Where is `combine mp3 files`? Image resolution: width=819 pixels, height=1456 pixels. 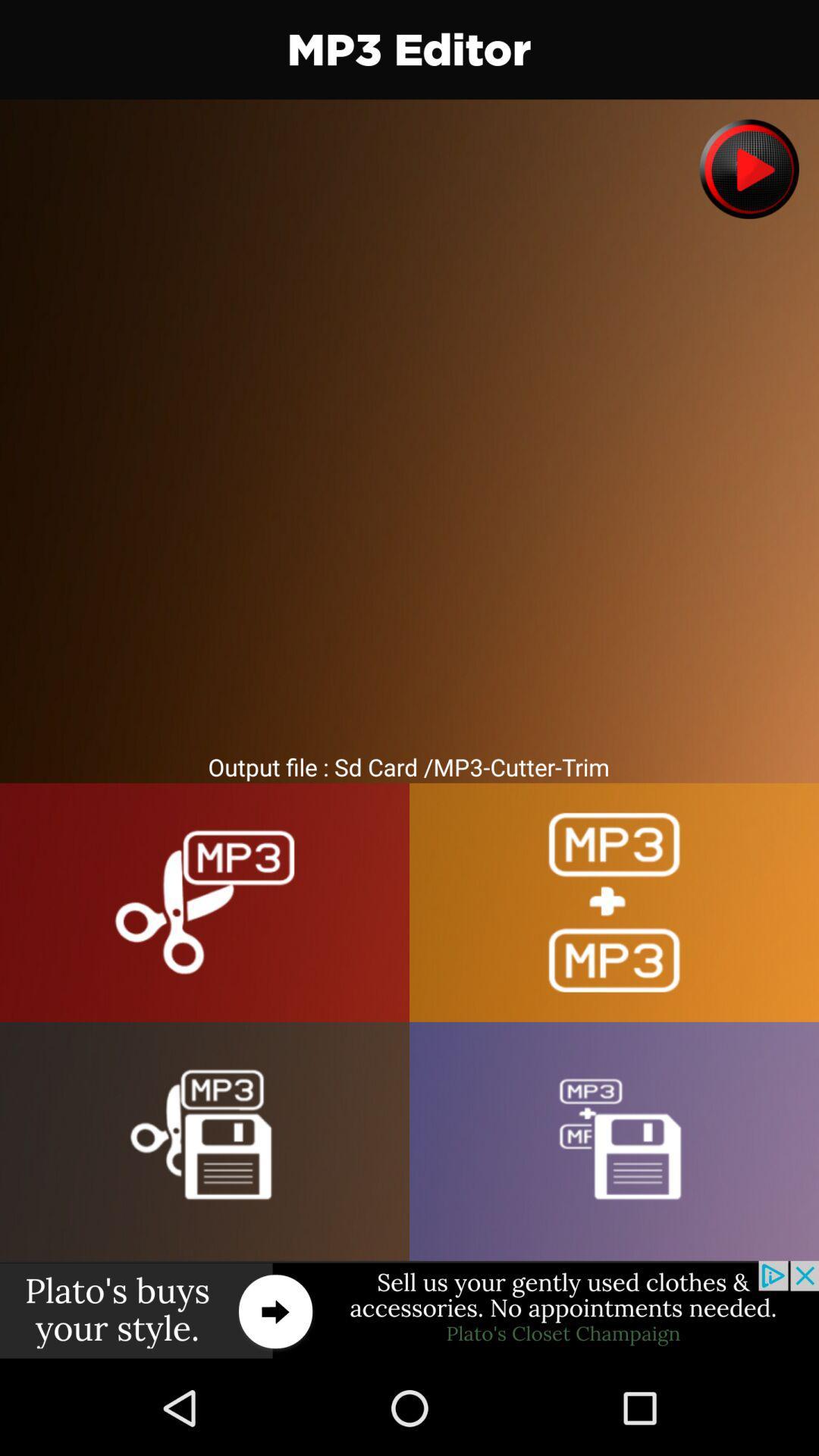 combine mp3 files is located at coordinates (614, 902).